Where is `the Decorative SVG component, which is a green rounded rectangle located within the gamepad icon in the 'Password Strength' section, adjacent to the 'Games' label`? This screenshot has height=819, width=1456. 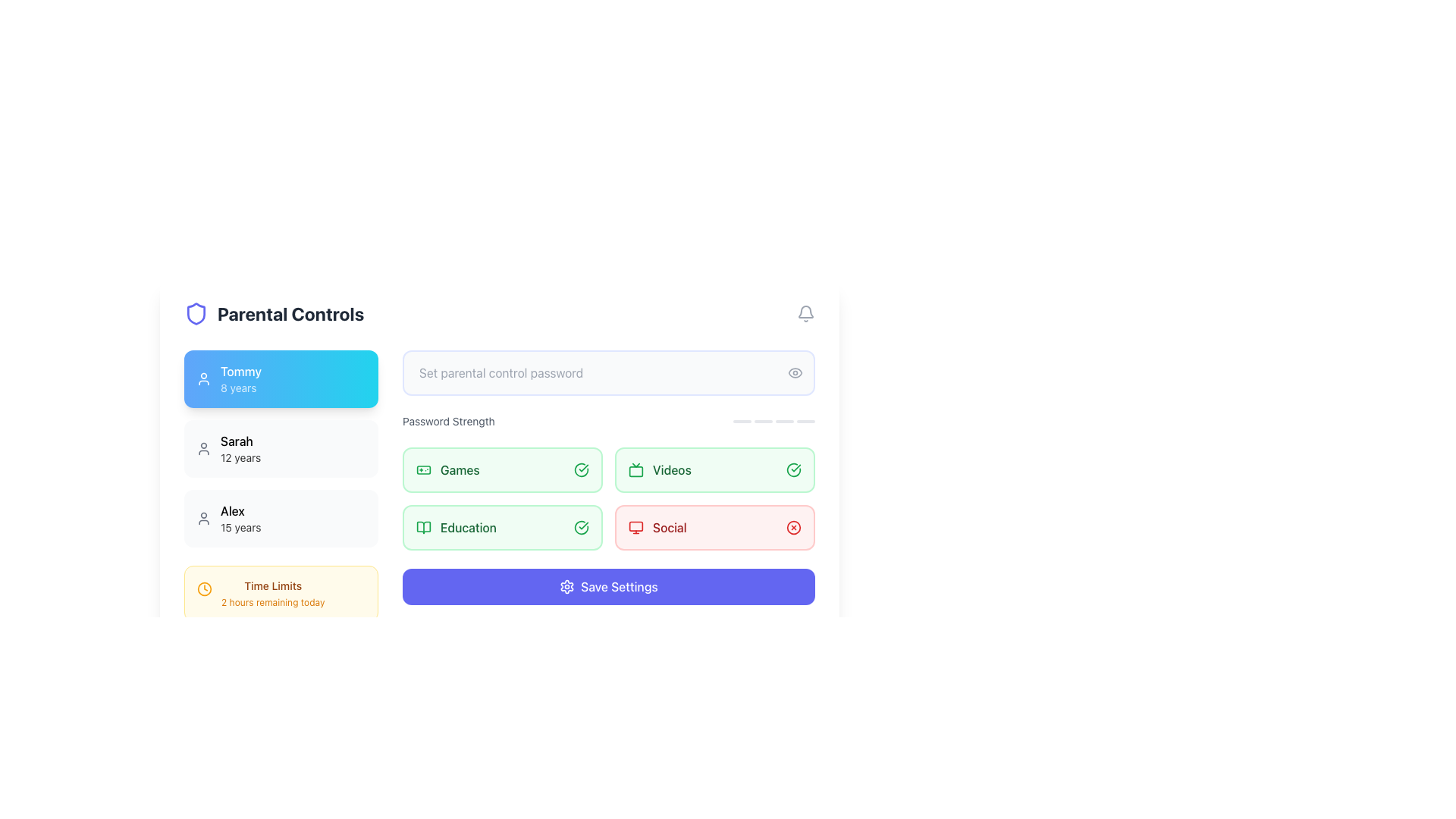
the Decorative SVG component, which is a green rounded rectangle located within the gamepad icon in the 'Password Strength' section, adjacent to the 'Games' label is located at coordinates (423, 469).